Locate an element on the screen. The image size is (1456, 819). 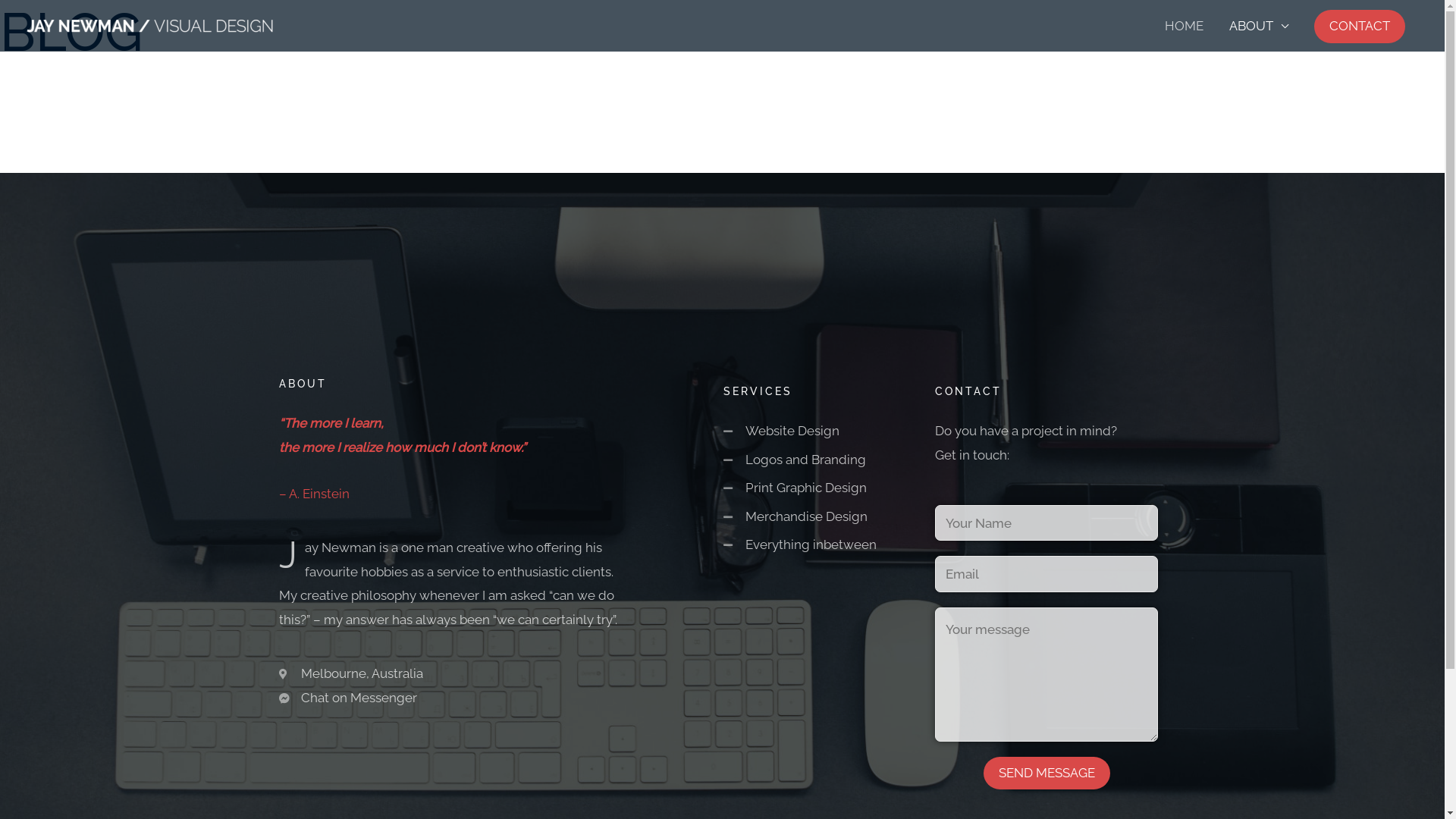
'CONTACT' is located at coordinates (1360, 26).